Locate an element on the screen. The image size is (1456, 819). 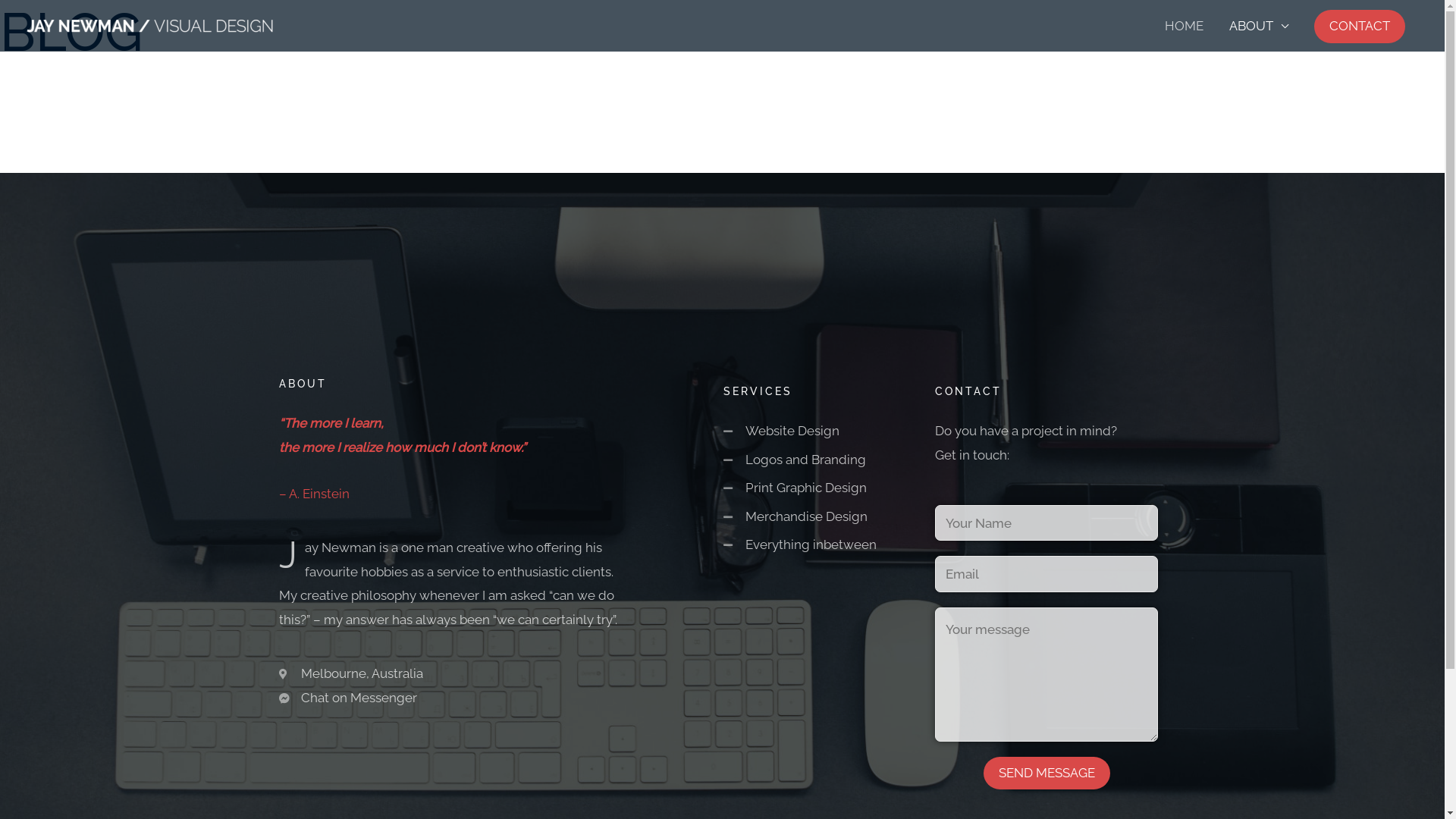
'CONTACT' is located at coordinates (1360, 26).